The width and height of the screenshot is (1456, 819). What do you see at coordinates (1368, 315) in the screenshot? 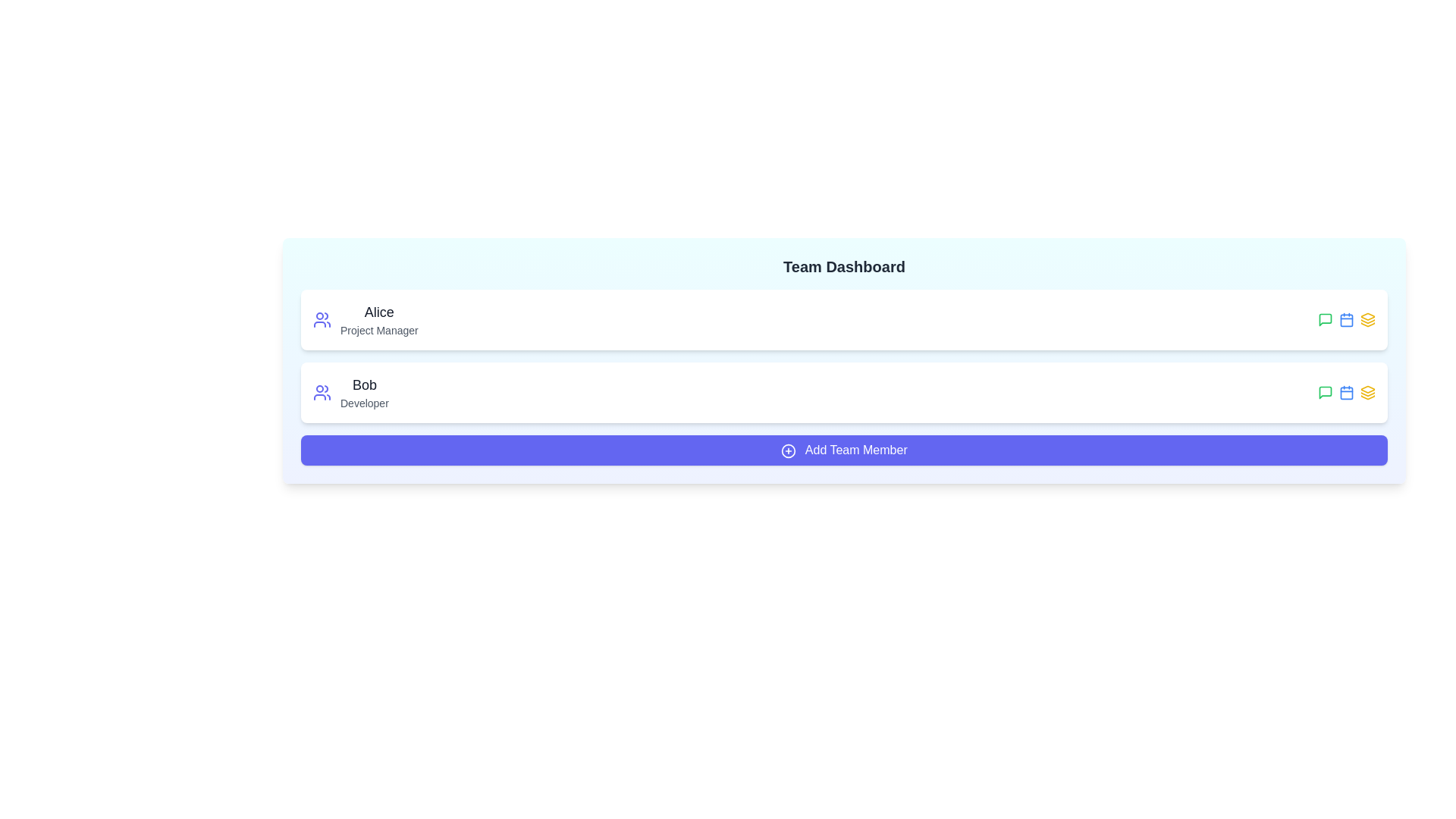
I see `the topmost triangular shape in the icon representing 'Details' or 'Layers' functionality, located on the right side of the second row aligned with user 'Bob'` at bounding box center [1368, 315].